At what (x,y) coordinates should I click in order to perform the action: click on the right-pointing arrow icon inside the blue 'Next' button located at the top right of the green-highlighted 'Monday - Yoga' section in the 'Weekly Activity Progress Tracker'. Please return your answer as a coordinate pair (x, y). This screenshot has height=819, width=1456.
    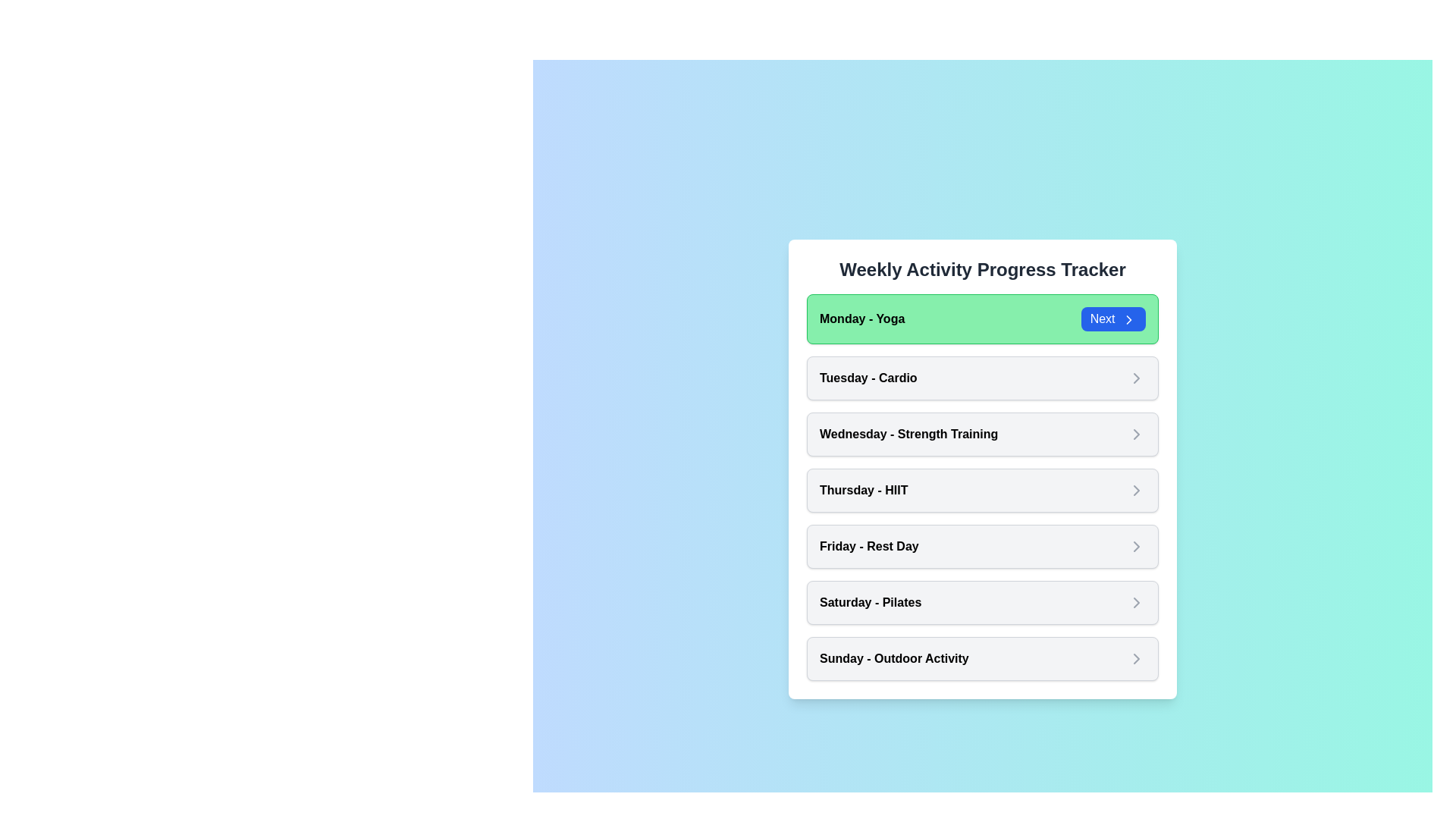
    Looking at the image, I should click on (1128, 318).